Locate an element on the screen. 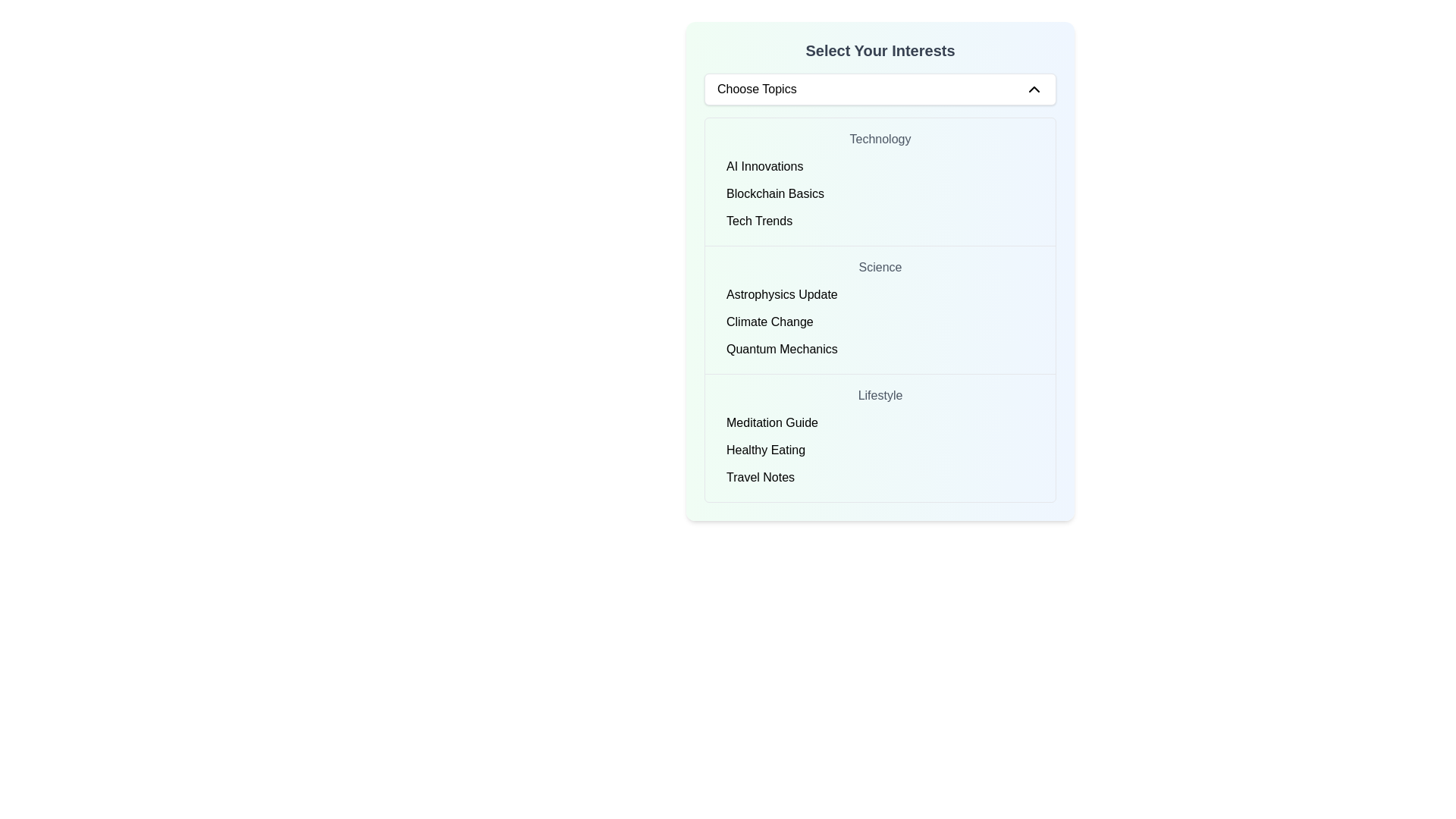  the second selectable list item for the topic 'Healthy Eating' located under the 'Lifestyle' section is located at coordinates (880, 450).